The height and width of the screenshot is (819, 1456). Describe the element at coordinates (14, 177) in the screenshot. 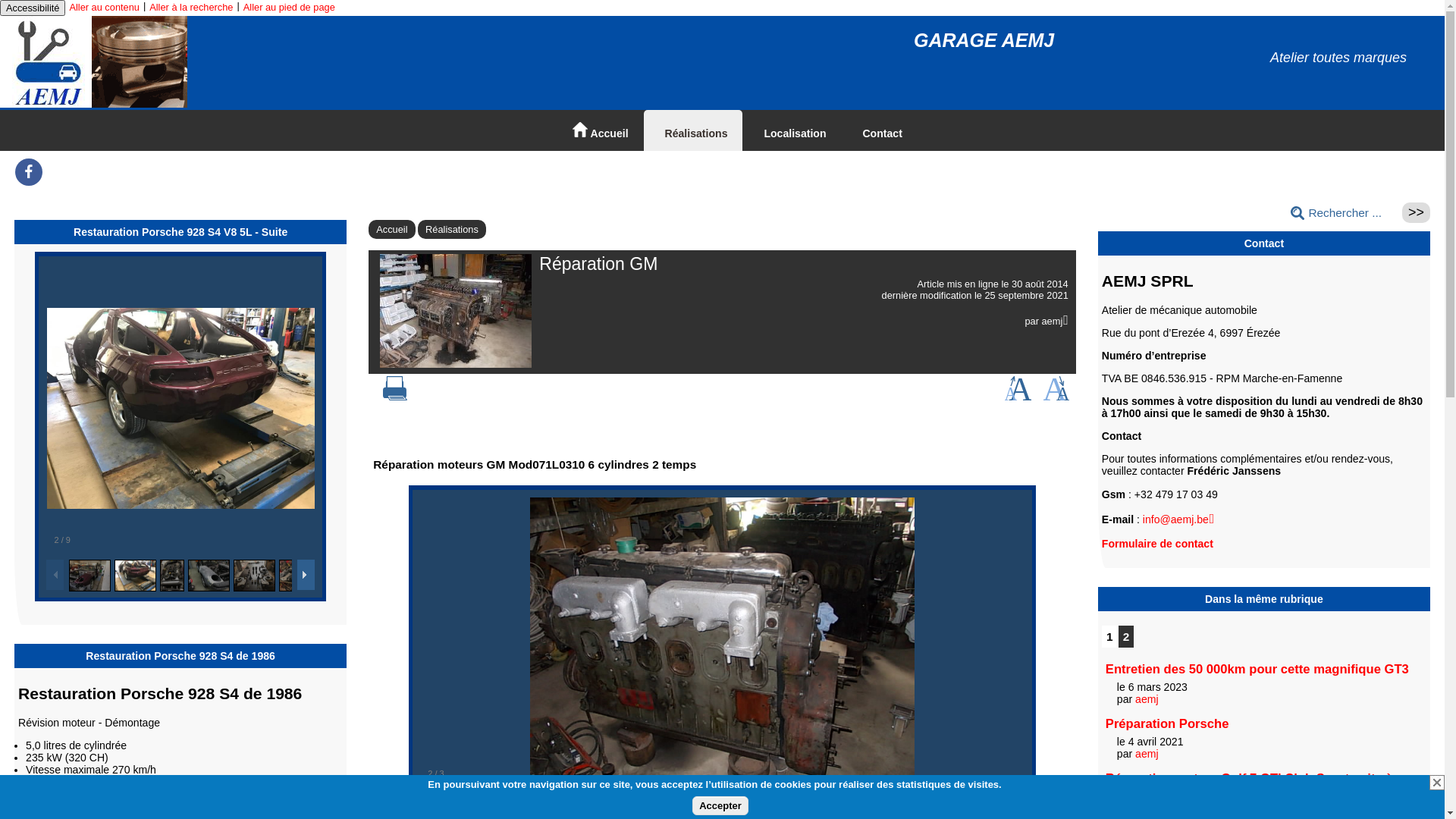

I see `'Facebook'` at that location.